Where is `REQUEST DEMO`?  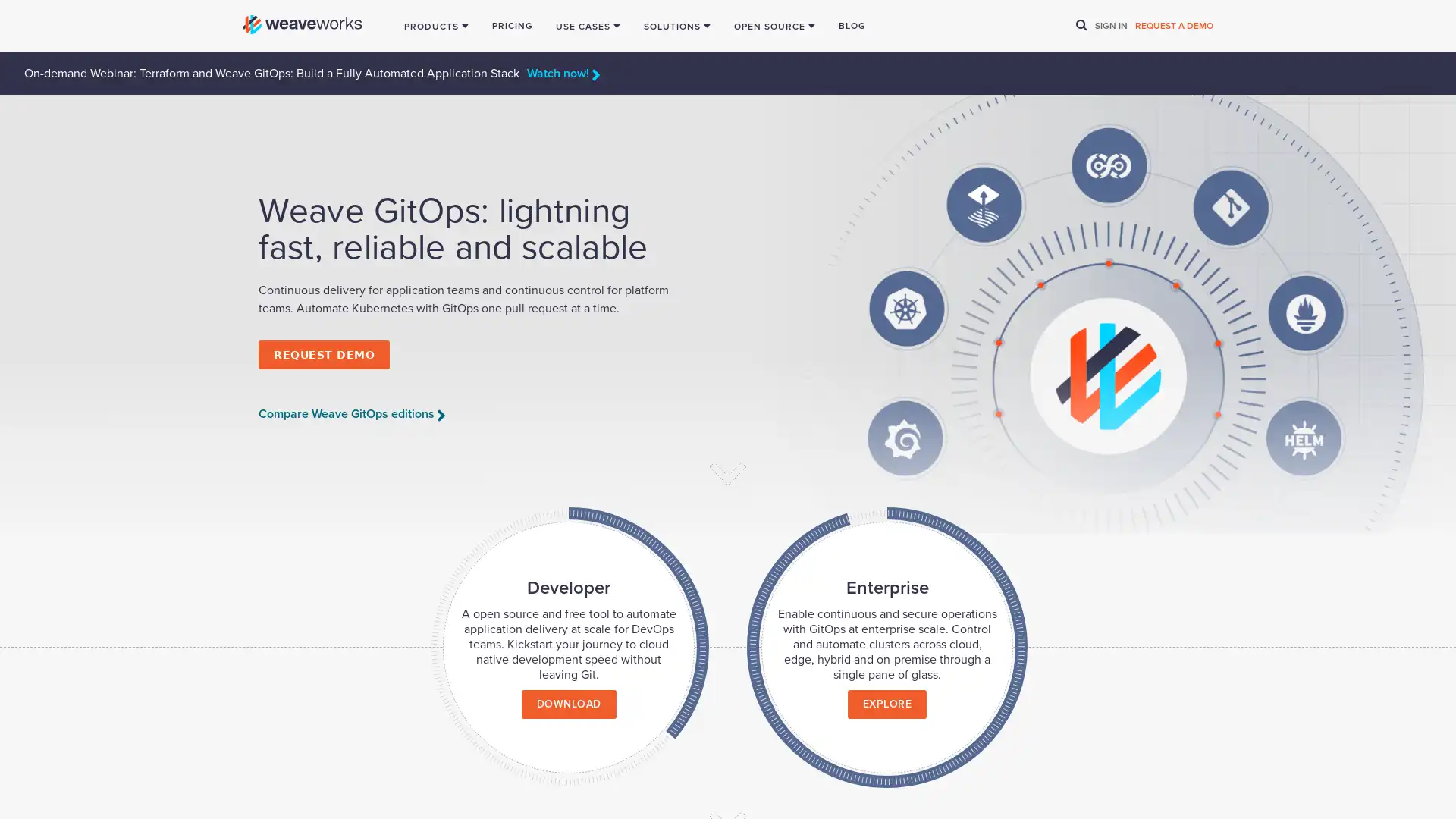
REQUEST DEMO is located at coordinates (323, 353).